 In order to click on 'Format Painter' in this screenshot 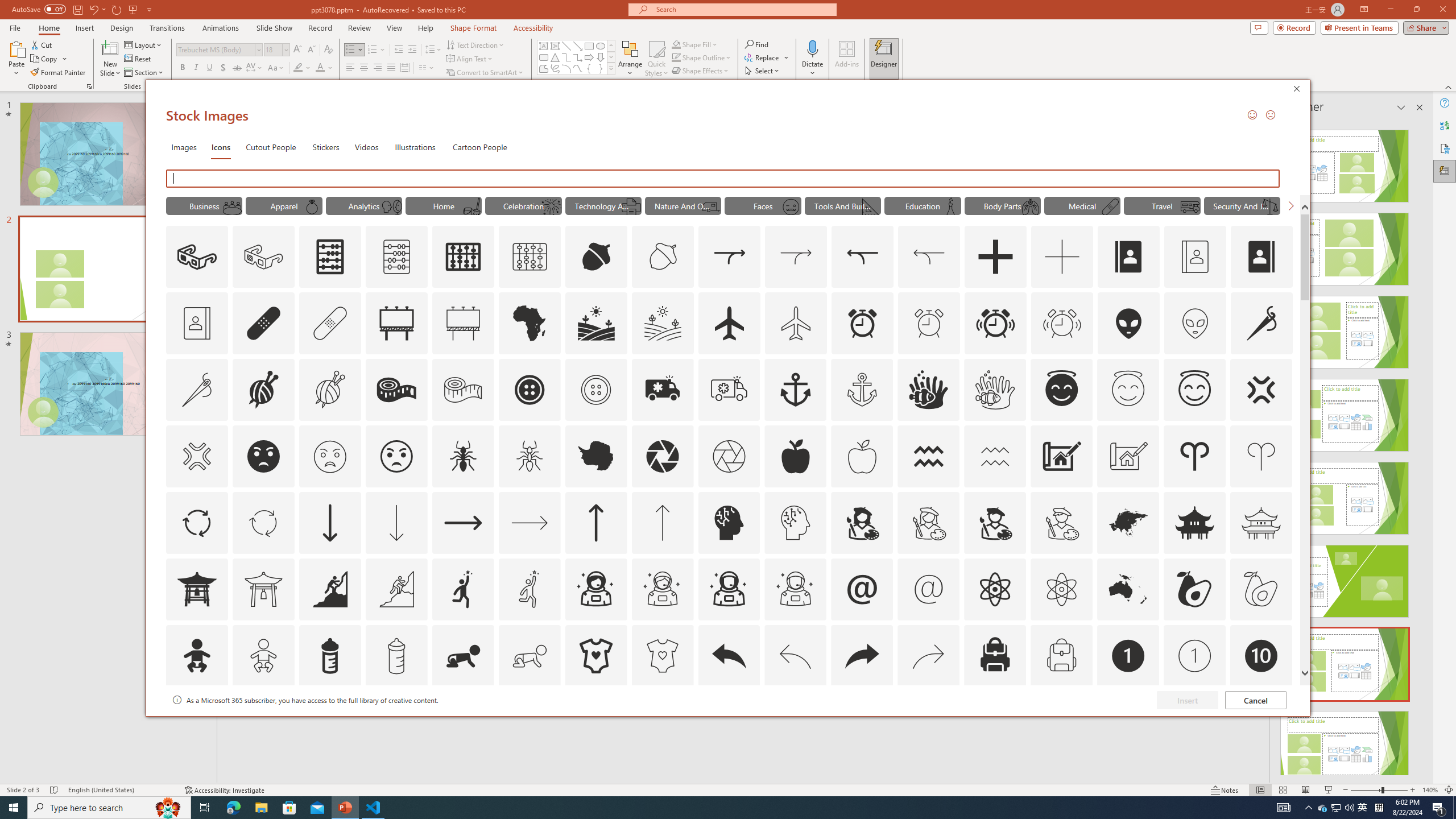, I will do `click(58, 72)`.